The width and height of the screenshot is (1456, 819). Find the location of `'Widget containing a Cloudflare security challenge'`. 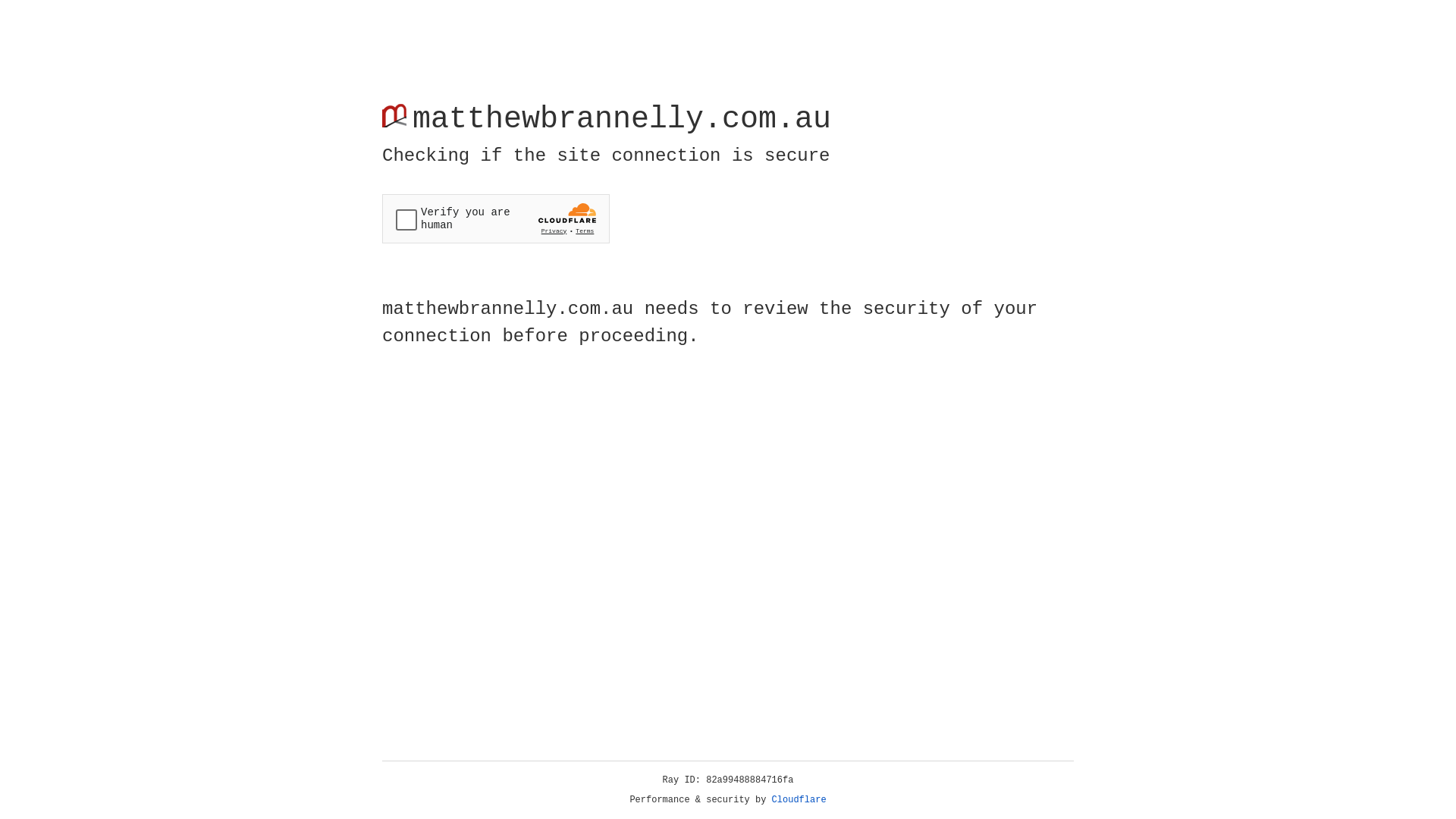

'Widget containing a Cloudflare security challenge' is located at coordinates (495, 218).